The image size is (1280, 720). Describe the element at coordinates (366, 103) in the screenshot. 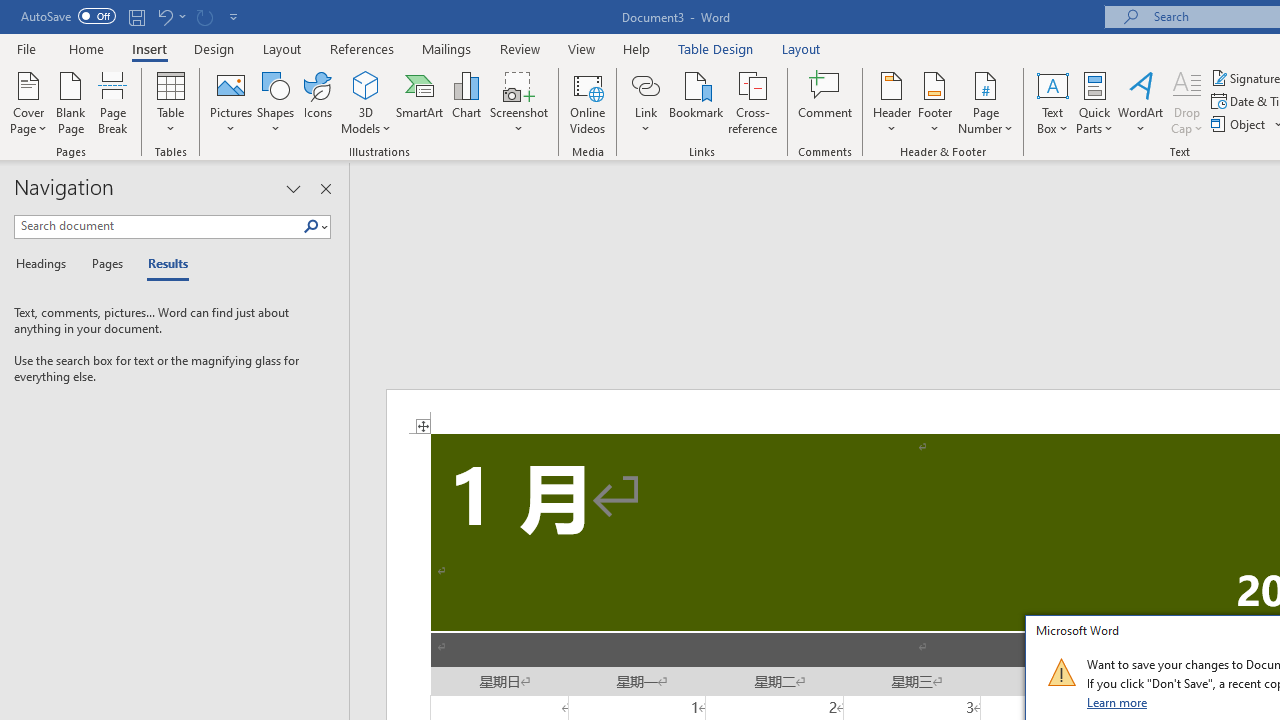

I see `'3D Models'` at that location.